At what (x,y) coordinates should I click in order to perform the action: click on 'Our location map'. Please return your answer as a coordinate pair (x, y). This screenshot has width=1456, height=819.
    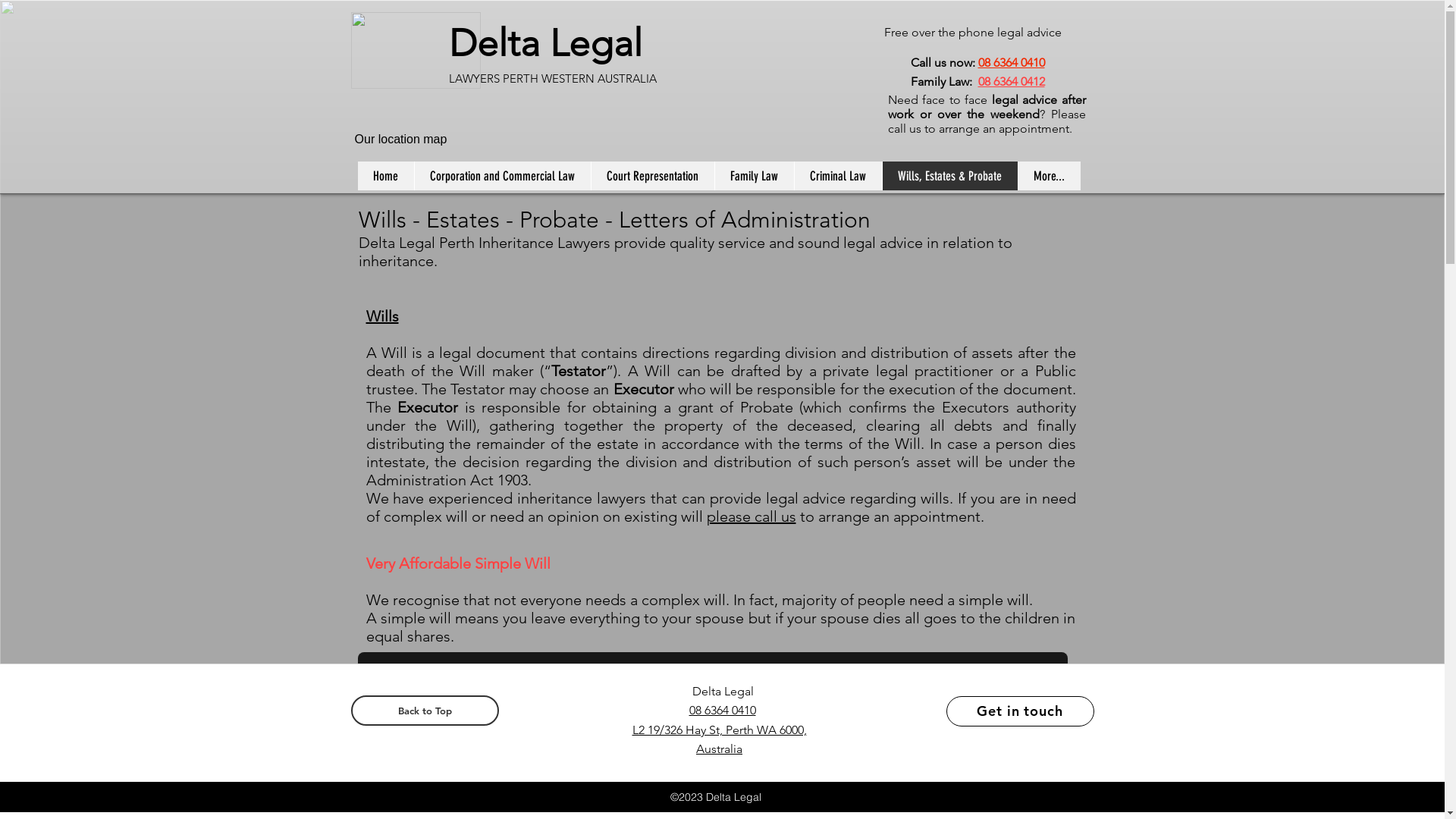
    Looking at the image, I should click on (400, 139).